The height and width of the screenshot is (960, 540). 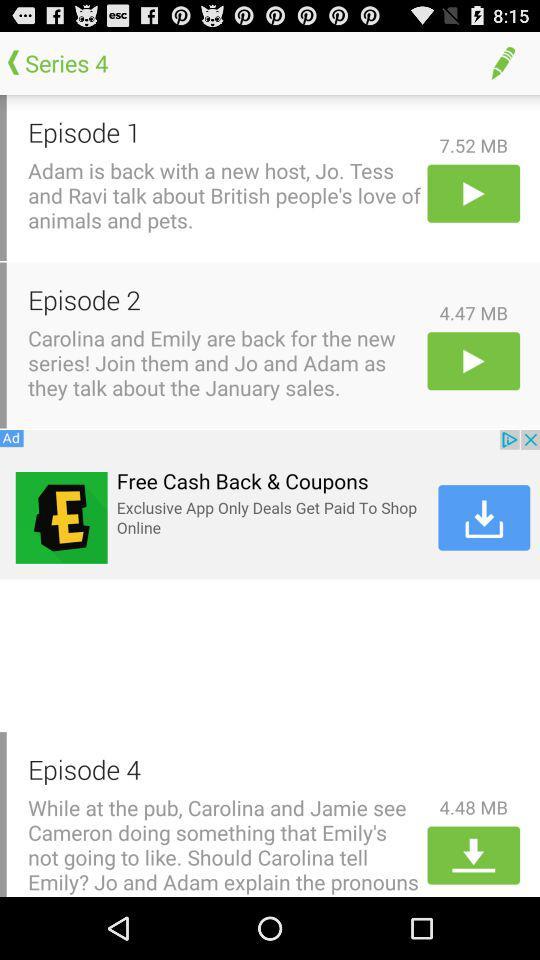 What do you see at coordinates (472, 193) in the screenshot?
I see `play 1` at bounding box center [472, 193].